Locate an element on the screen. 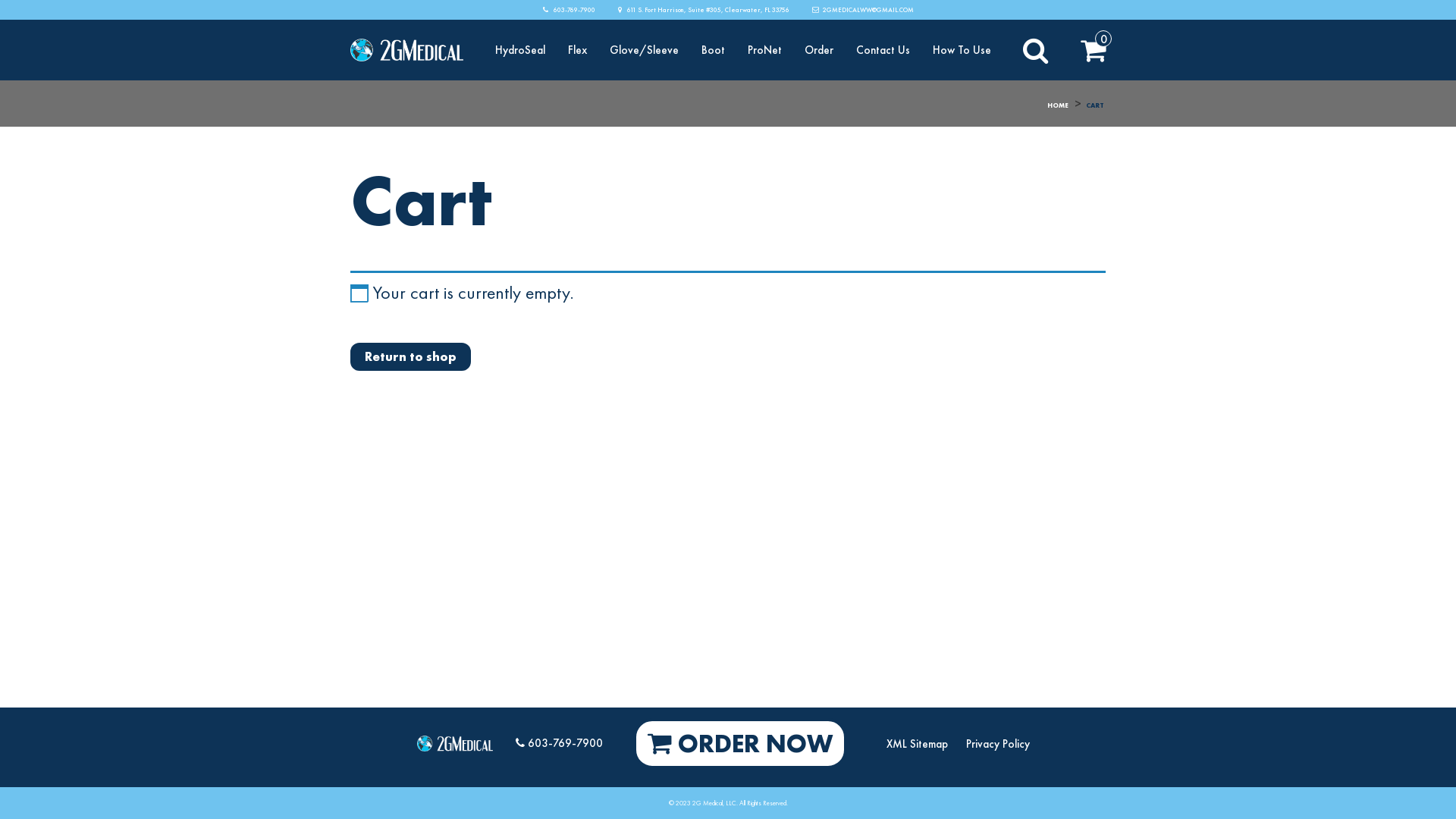 The width and height of the screenshot is (1456, 819). 'Privacy Policy' is located at coordinates (965, 742).